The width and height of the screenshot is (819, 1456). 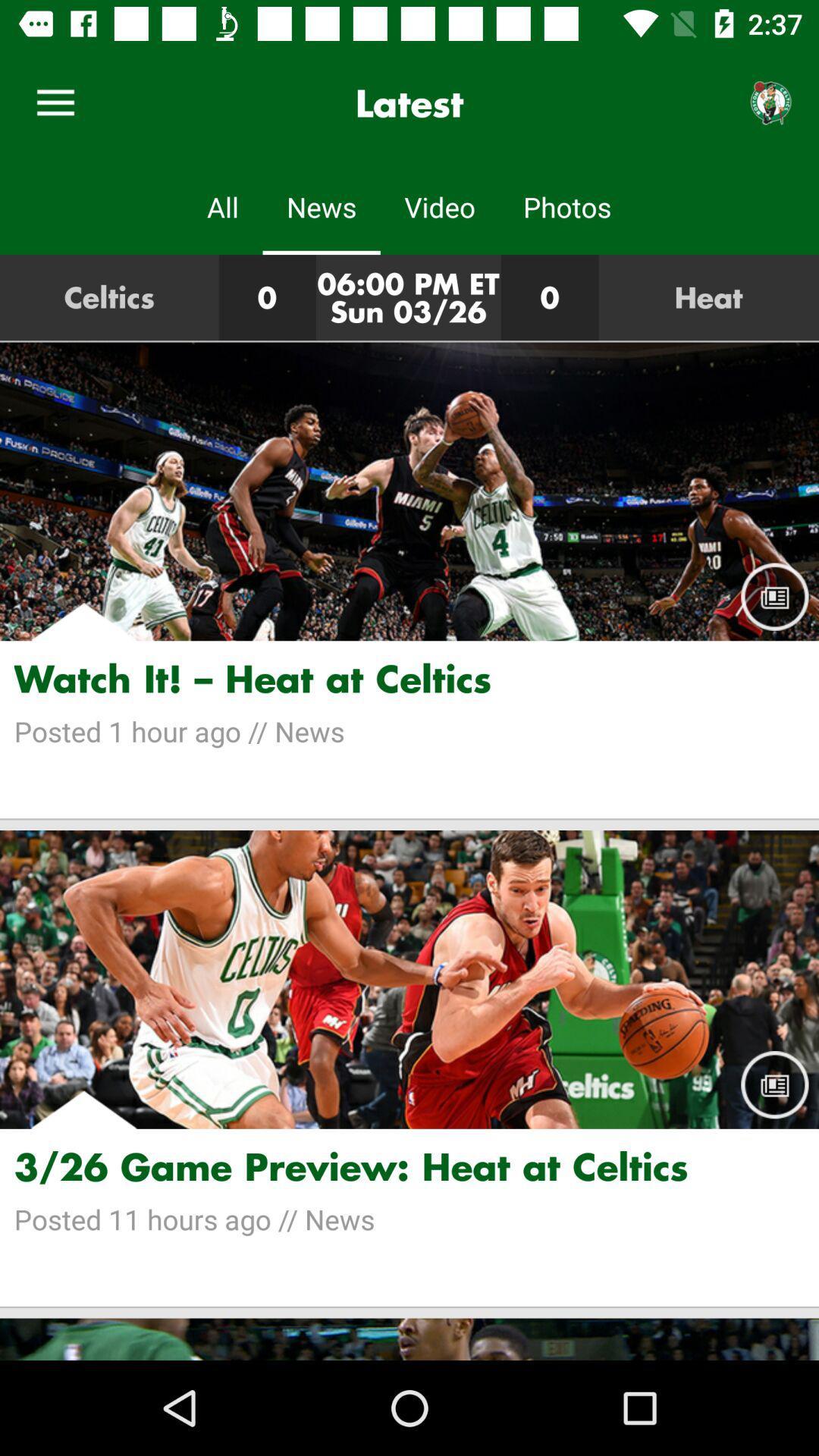 What do you see at coordinates (409, 731) in the screenshot?
I see `the item below the watch it heat` at bounding box center [409, 731].